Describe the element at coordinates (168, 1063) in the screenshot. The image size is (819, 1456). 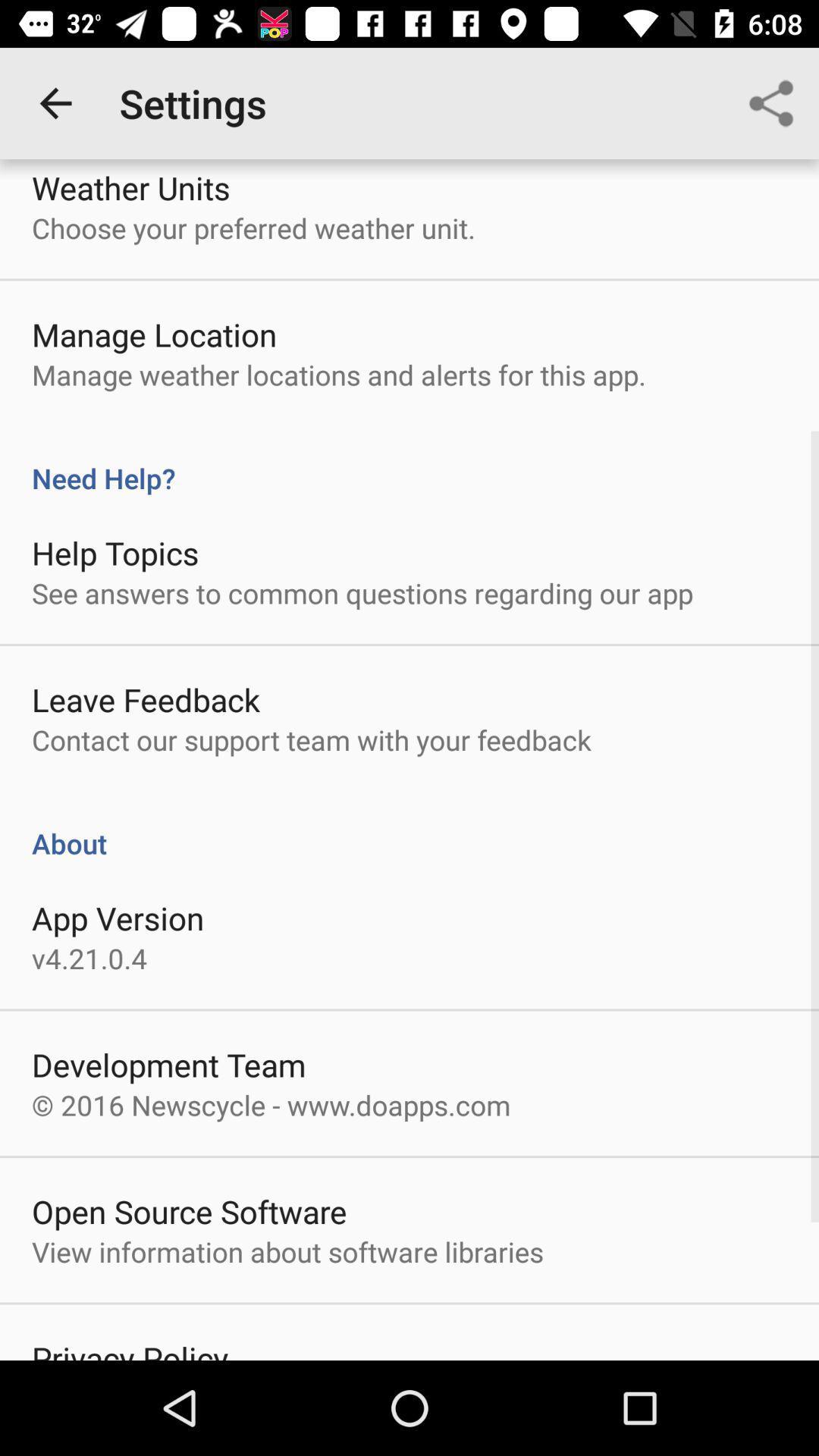
I see `development team icon` at that location.